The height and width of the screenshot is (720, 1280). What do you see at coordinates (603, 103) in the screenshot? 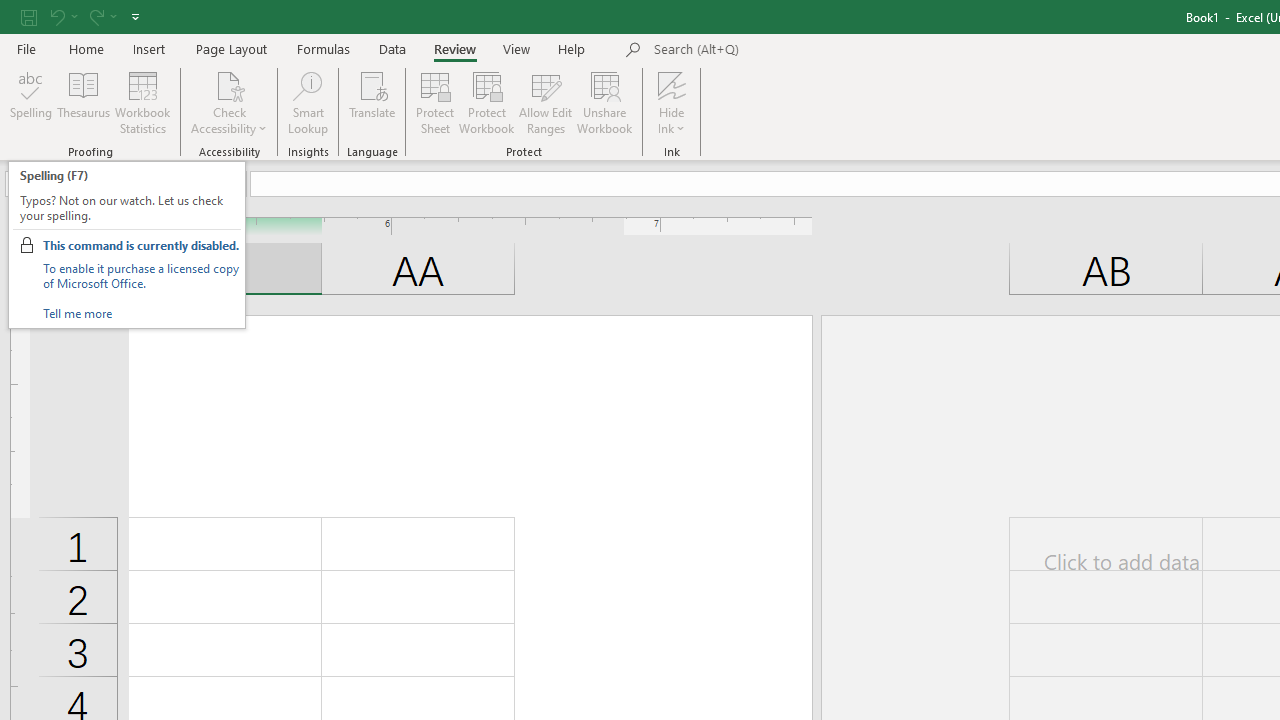
I see `'Unshare Workbook'` at bounding box center [603, 103].